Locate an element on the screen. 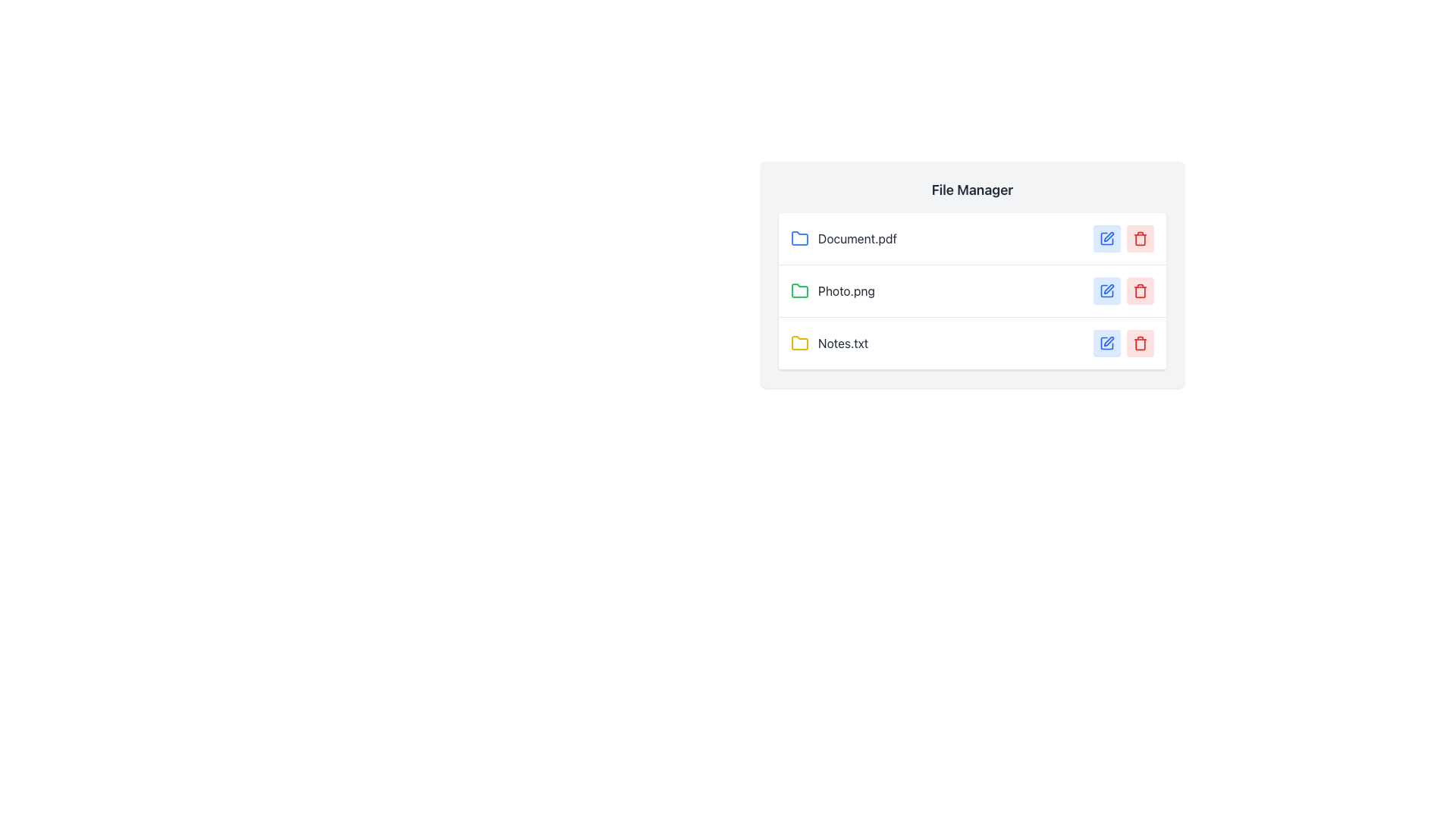 The image size is (1456, 819). the delete button, which is the second interactive element in the horizontal group of action buttons, to initiate the file deletion process is located at coordinates (1140, 239).